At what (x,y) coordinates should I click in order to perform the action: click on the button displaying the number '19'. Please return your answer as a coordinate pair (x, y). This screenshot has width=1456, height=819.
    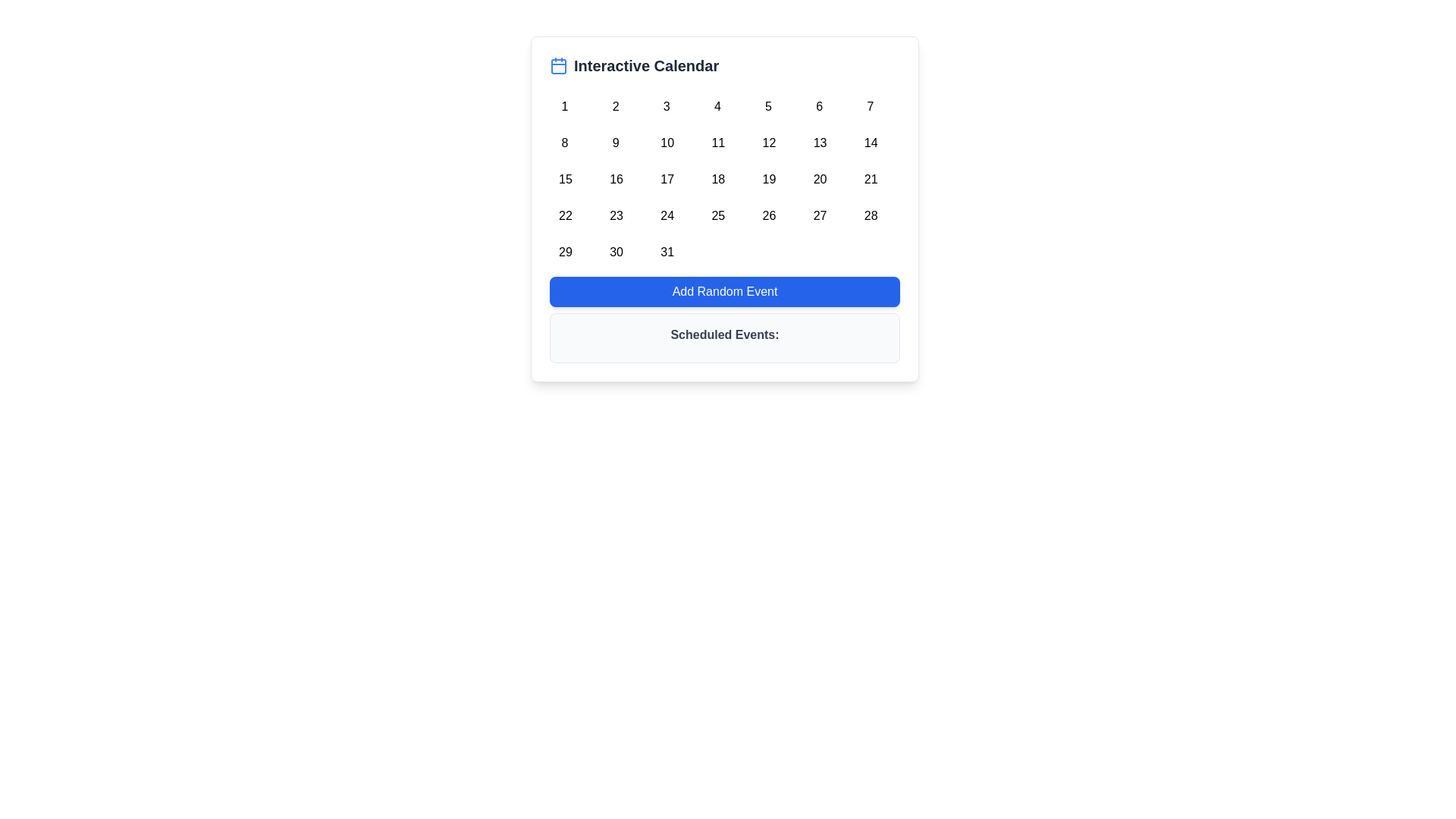
    Looking at the image, I should click on (768, 175).